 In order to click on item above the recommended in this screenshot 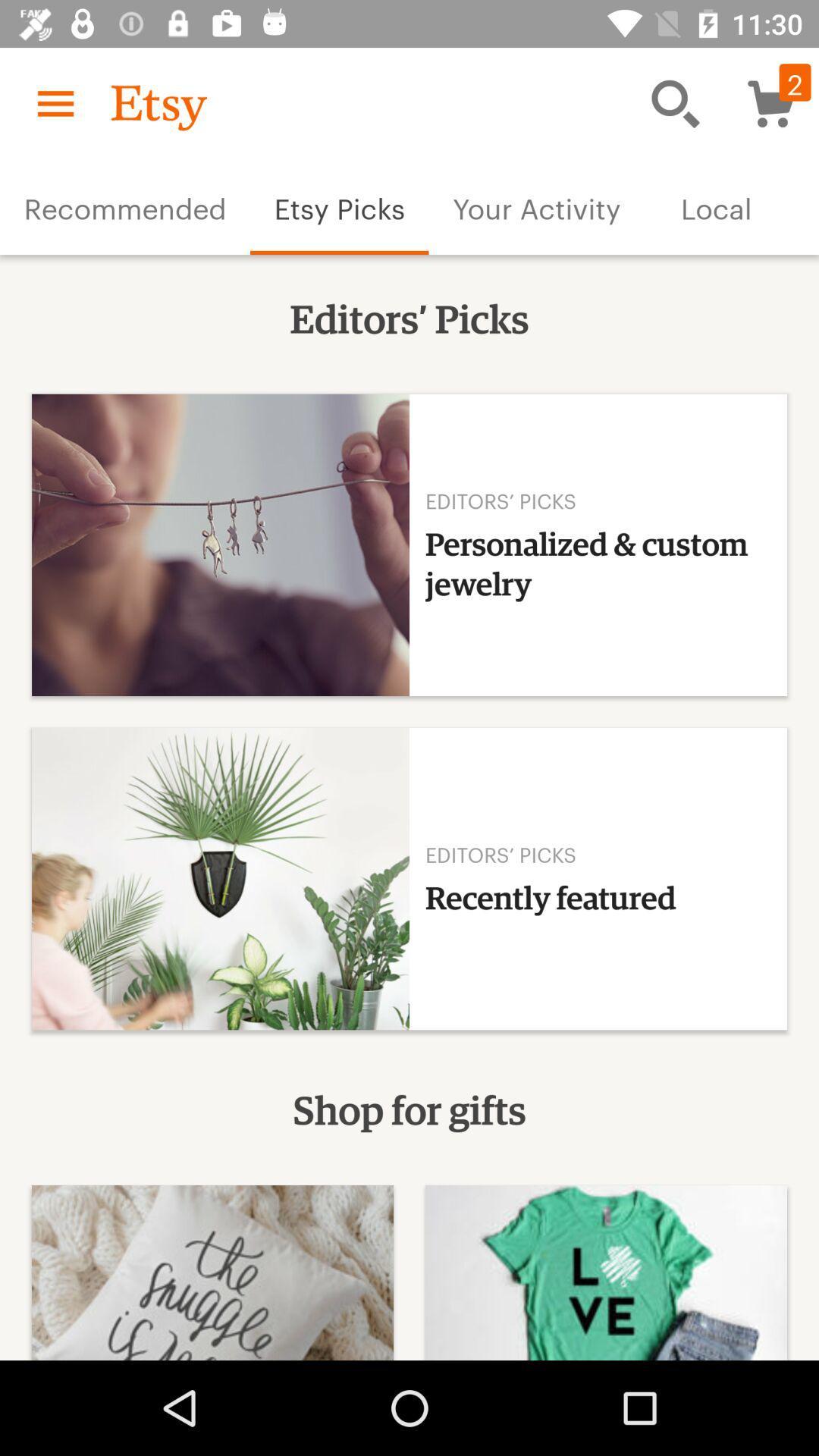, I will do `click(55, 102)`.